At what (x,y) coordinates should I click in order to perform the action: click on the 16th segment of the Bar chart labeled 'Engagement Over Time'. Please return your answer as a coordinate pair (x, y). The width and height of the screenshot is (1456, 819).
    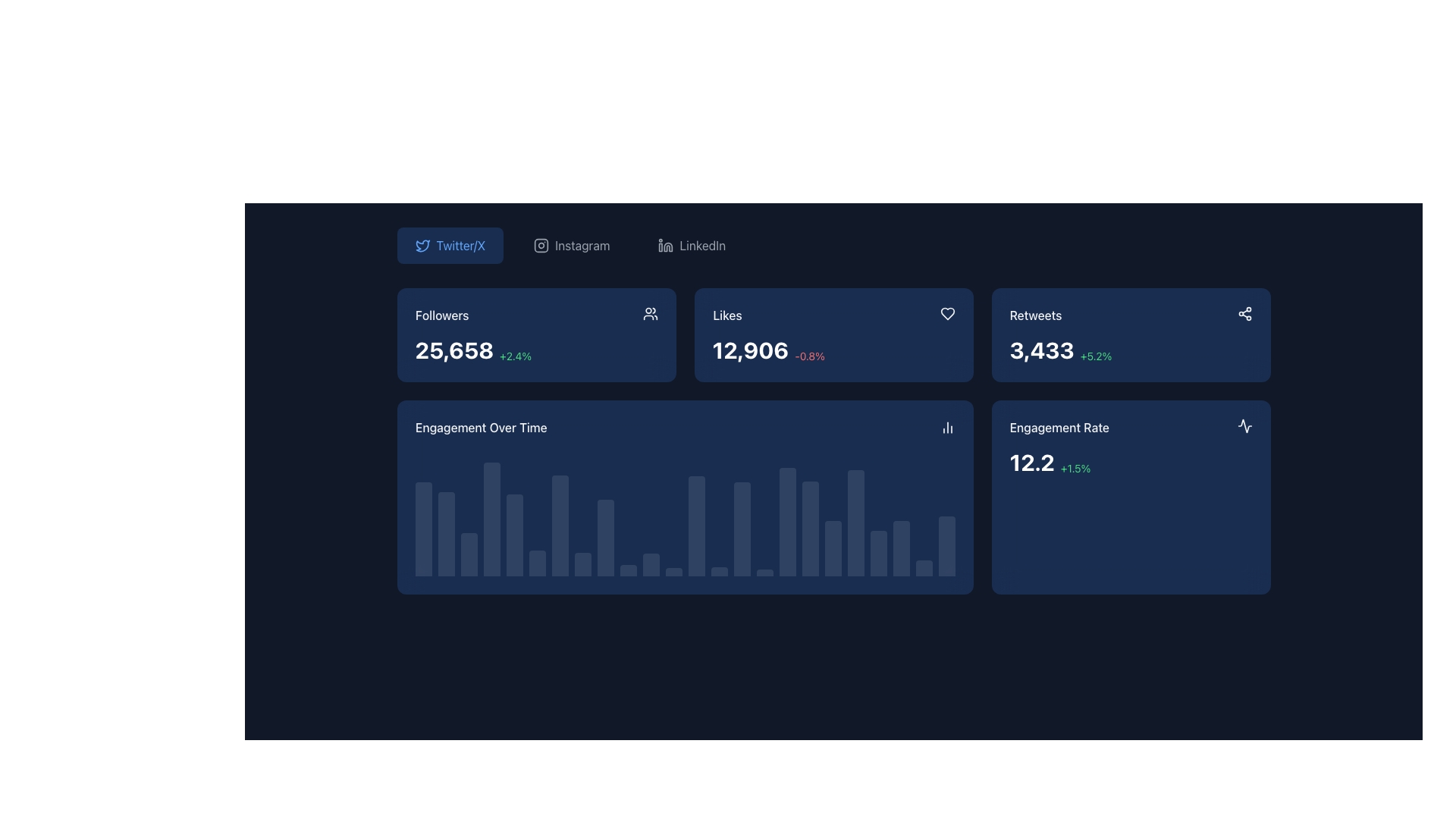
    Looking at the image, I should click on (764, 573).